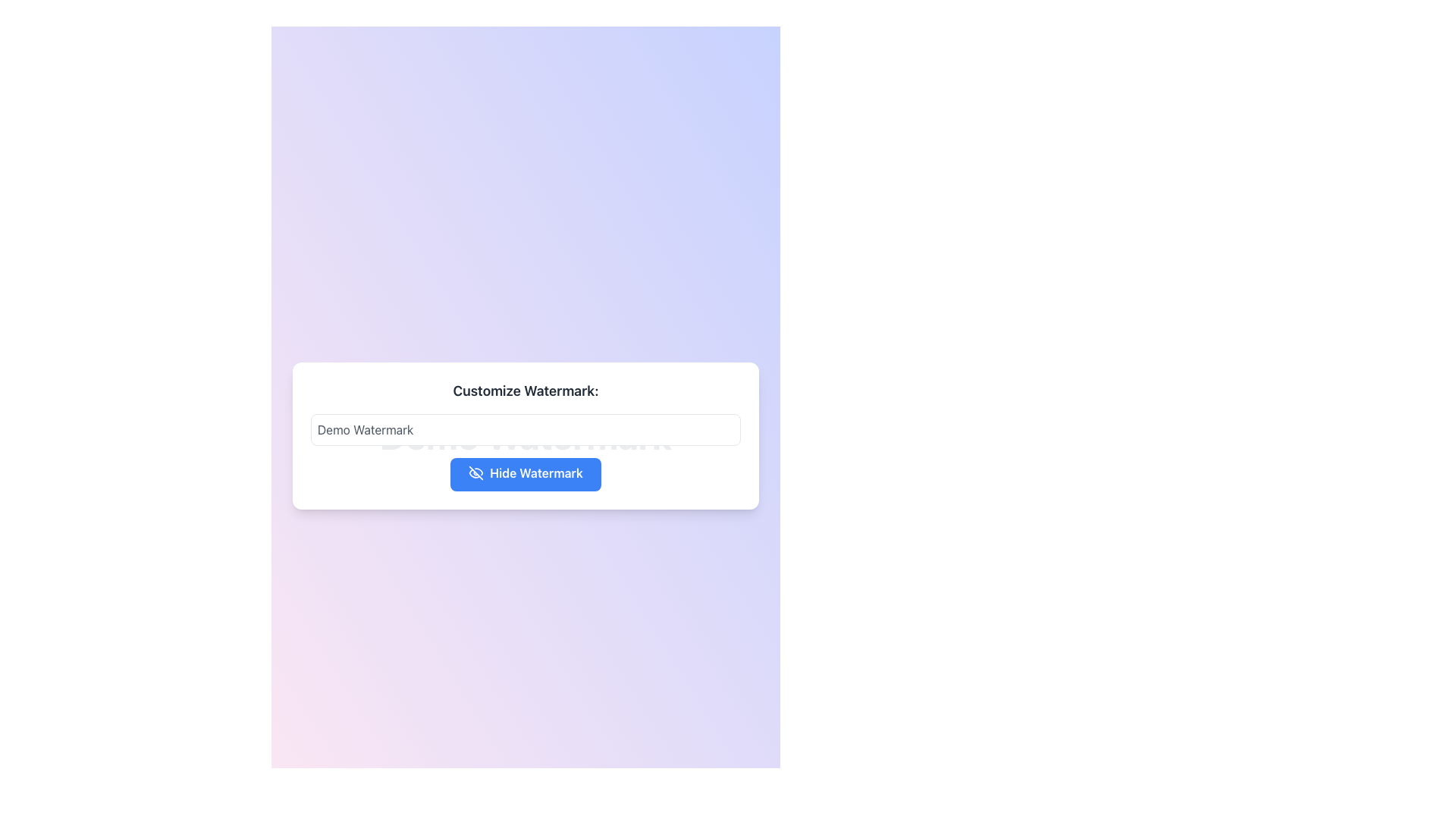 The image size is (1456, 819). What do you see at coordinates (526, 473) in the screenshot?
I see `the blue button labeled 'Hide Watermark' with rounded corners` at bounding box center [526, 473].